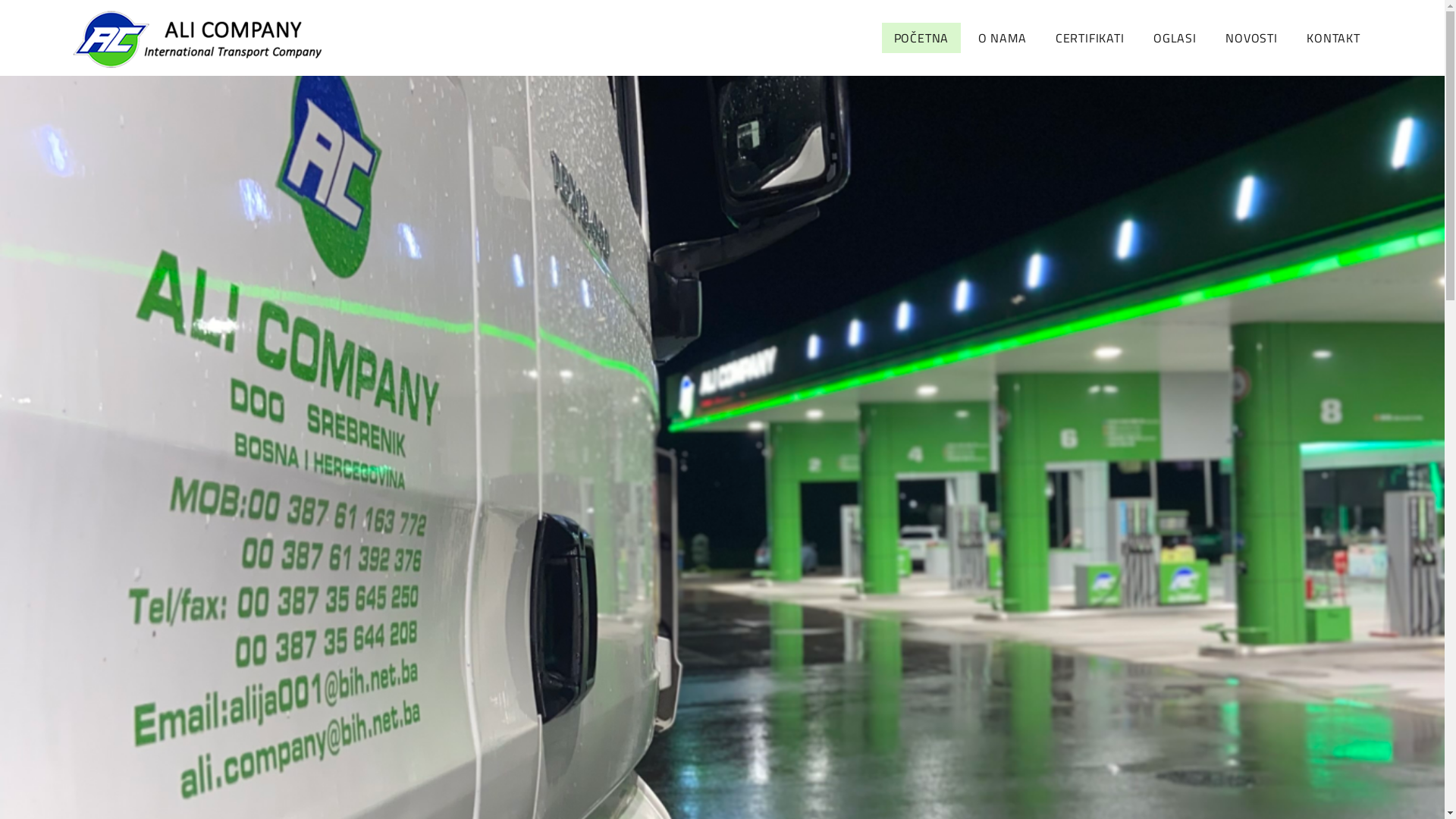 This screenshot has height=819, width=1456. Describe the element at coordinates (1002, 37) in the screenshot. I see `'O NAMA'` at that location.